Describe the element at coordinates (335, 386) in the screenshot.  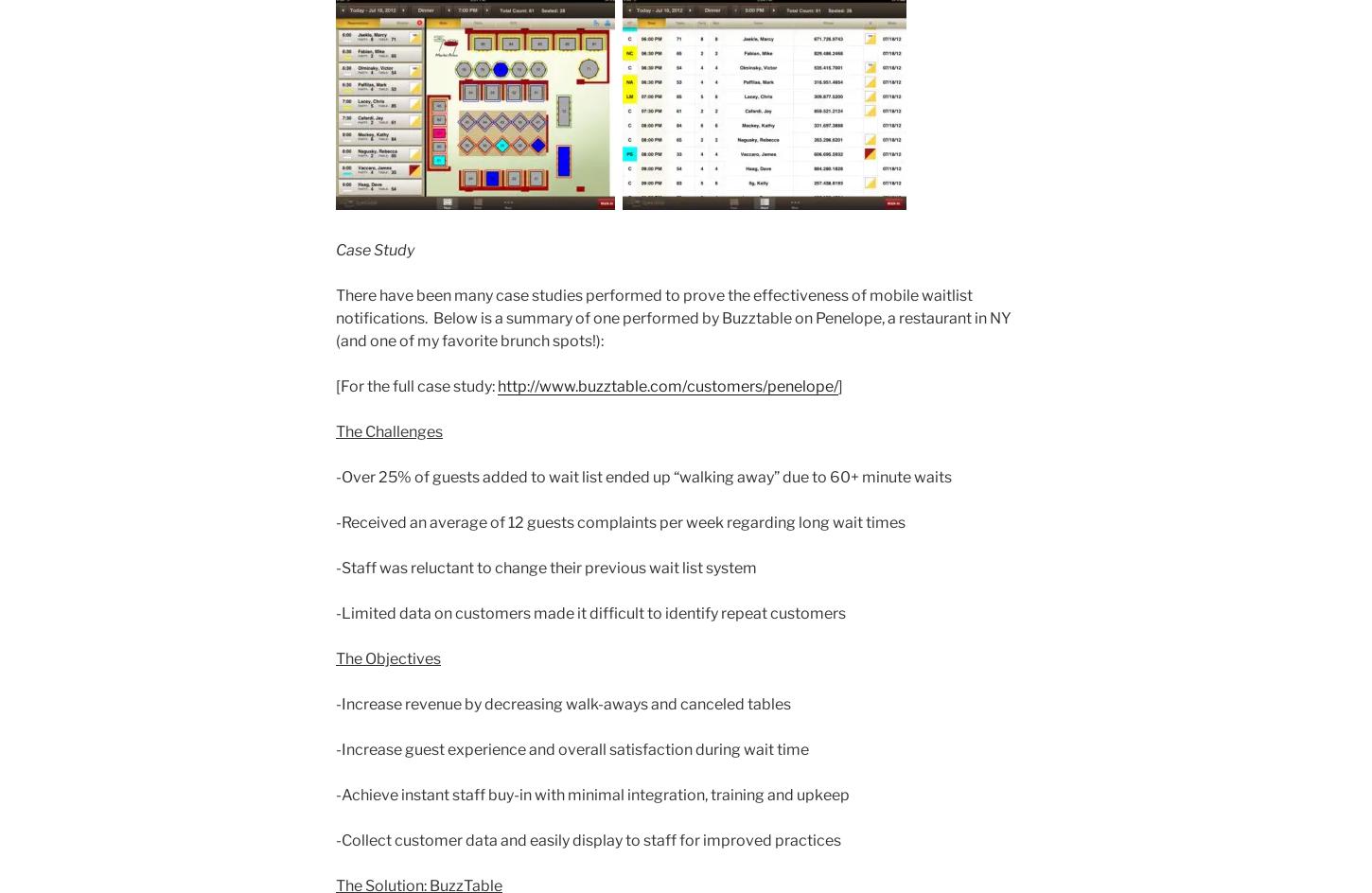
I see `'[For the full case study:'` at that location.